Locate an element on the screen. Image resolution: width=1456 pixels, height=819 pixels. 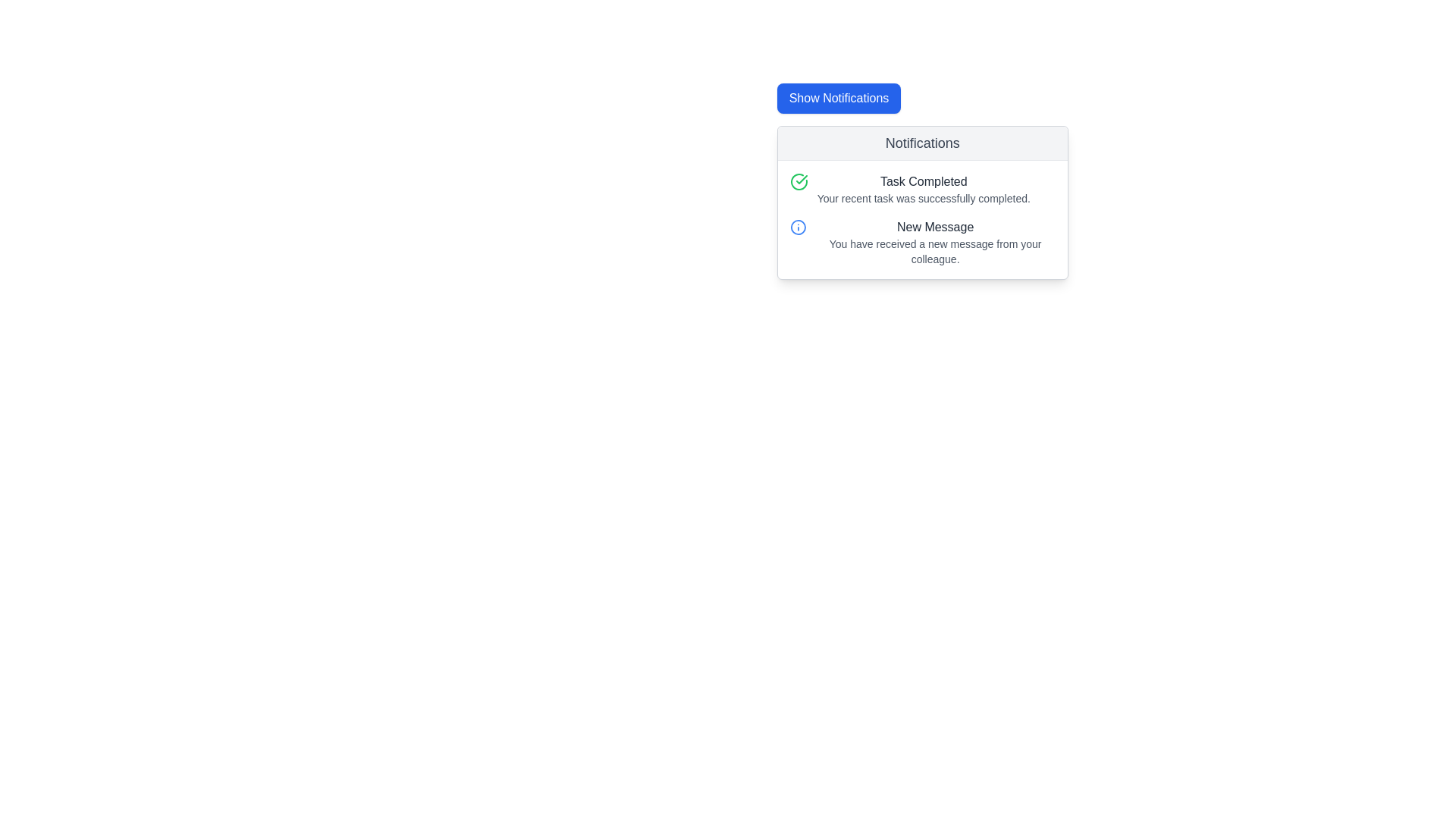
the gray notification detail text located directly below the 'New Message' header to read it is located at coordinates (934, 250).